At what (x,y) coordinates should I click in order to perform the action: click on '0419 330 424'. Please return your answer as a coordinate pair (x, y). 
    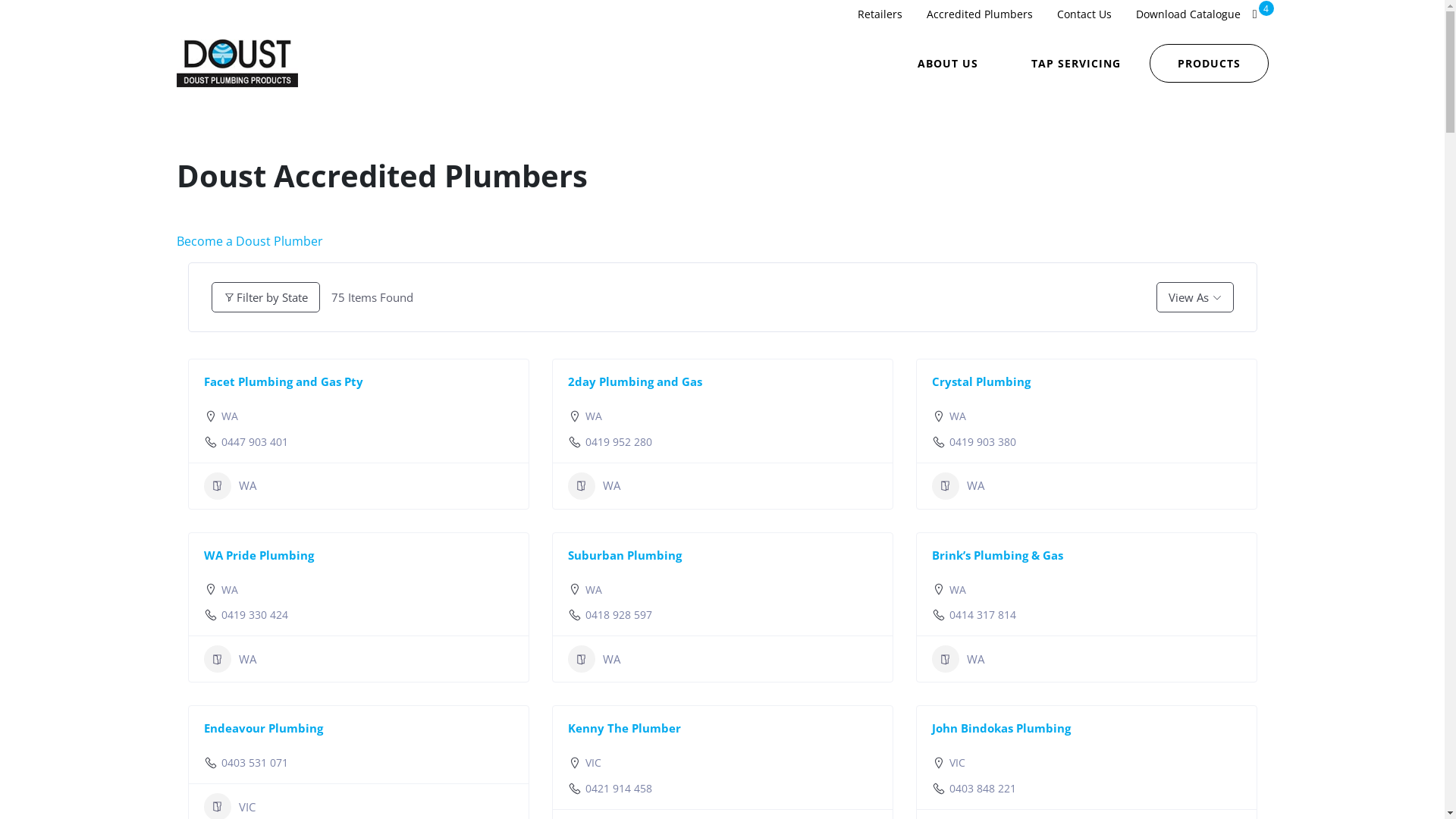
    Looking at the image, I should click on (255, 614).